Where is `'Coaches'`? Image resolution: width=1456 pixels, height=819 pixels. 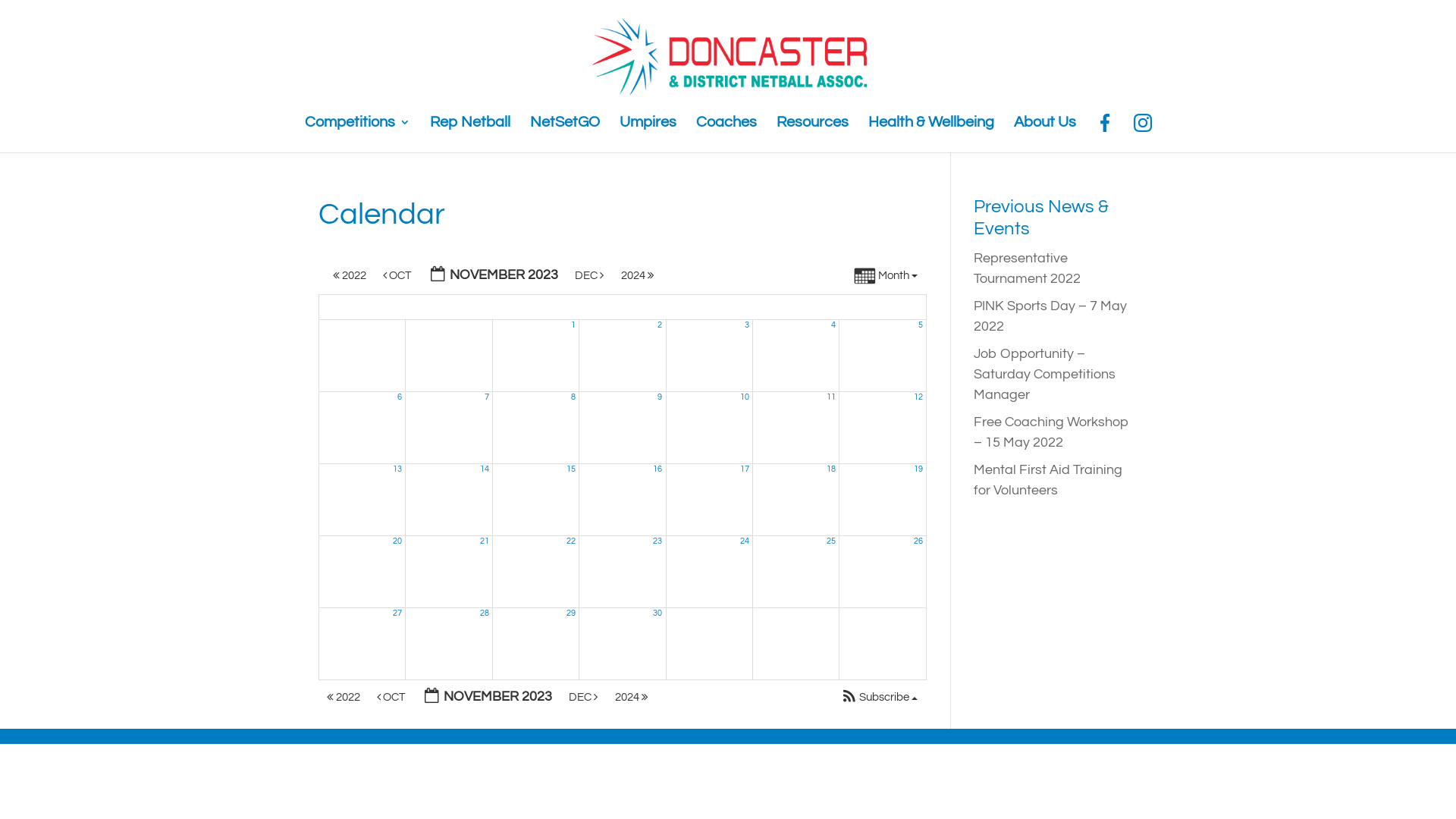
'Coaches' is located at coordinates (695, 131).